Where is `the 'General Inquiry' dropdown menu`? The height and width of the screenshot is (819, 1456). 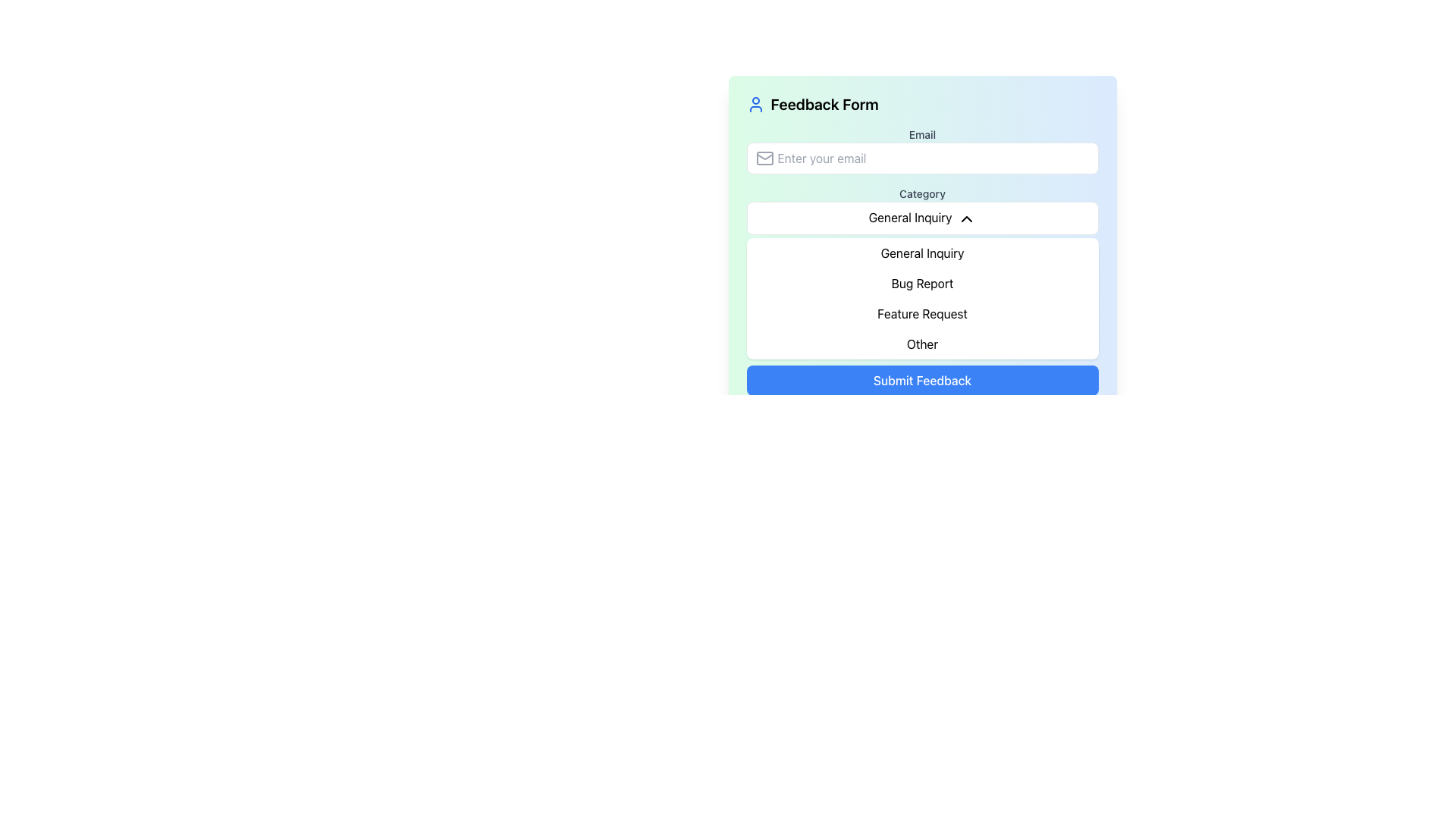
the 'General Inquiry' dropdown menu is located at coordinates (921, 218).